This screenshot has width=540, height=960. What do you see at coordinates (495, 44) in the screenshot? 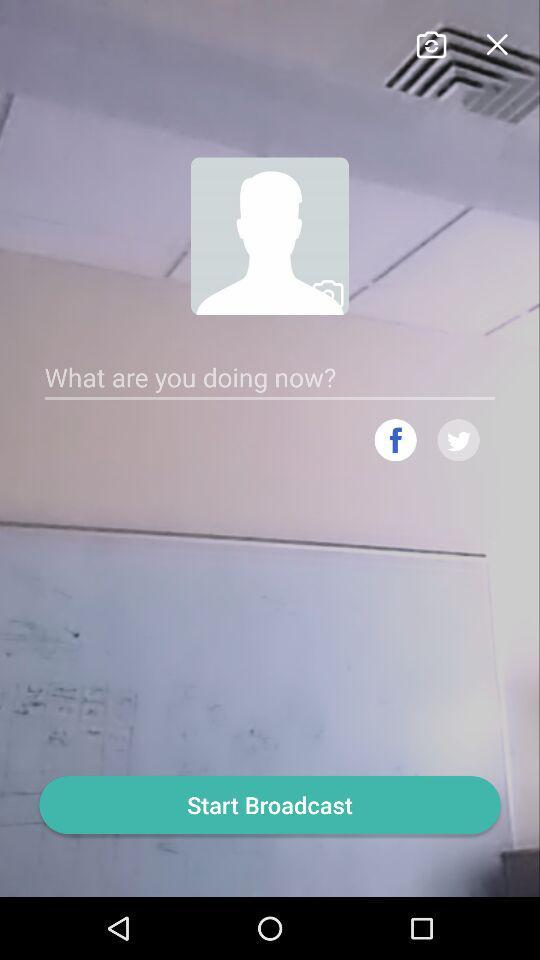
I see `the close icon` at bounding box center [495, 44].